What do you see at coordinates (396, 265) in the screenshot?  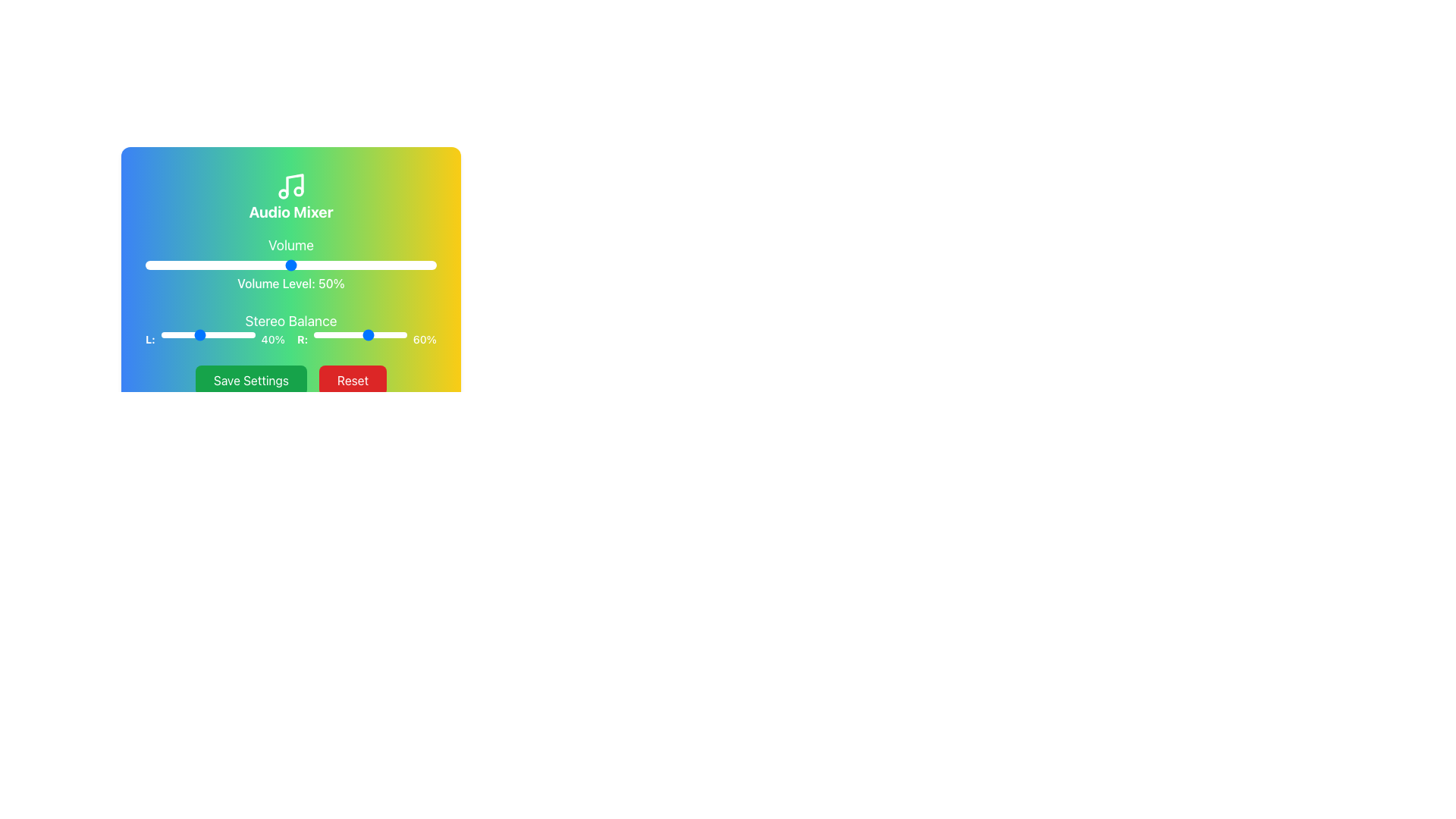 I see `the volume slider` at bounding box center [396, 265].